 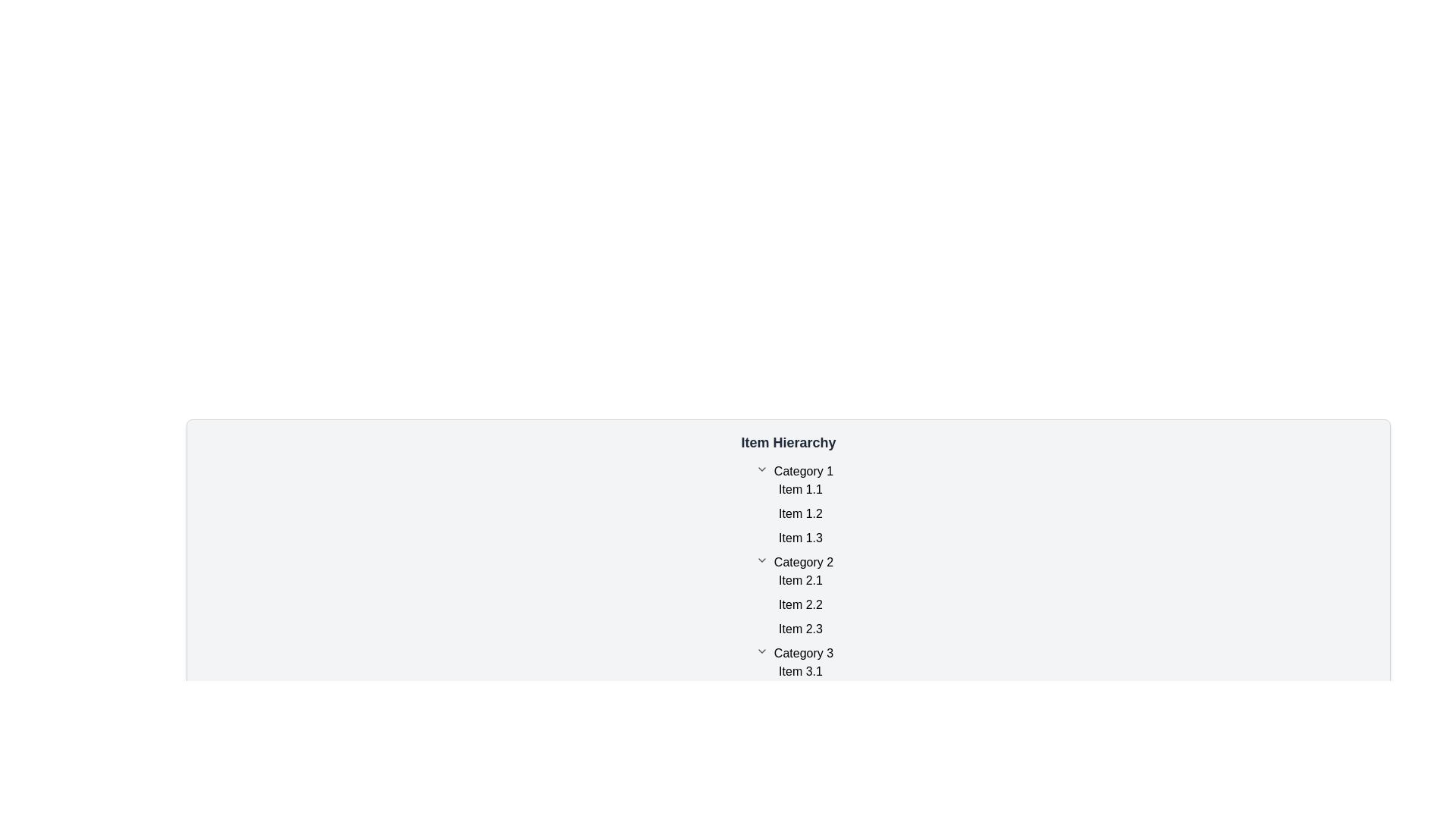 What do you see at coordinates (803, 470) in the screenshot?
I see `the text label element displaying 'Category 1', which serves as a header for the first group of items in the UI, located under the 'Item Hierarchy' section` at bounding box center [803, 470].